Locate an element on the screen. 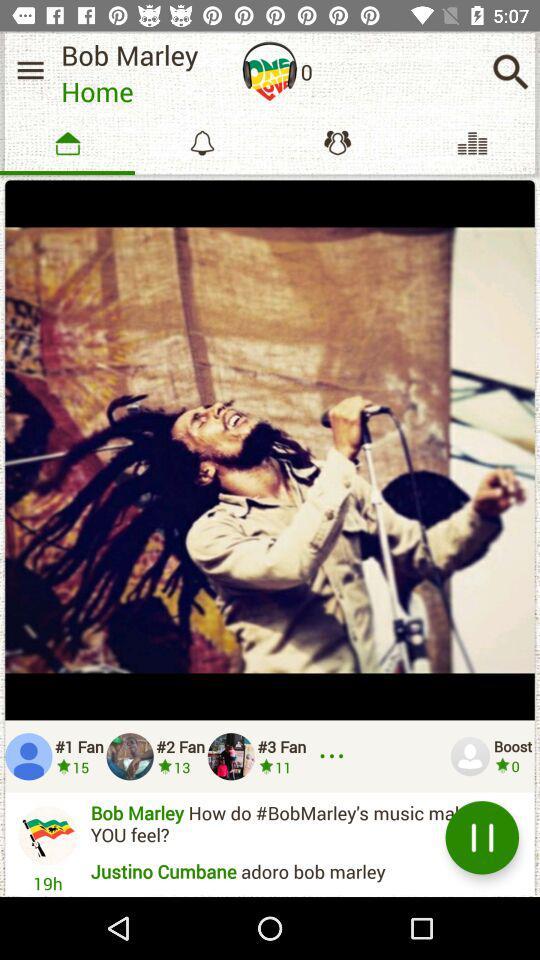 The height and width of the screenshot is (960, 540). the item above bob marley how is located at coordinates (335, 755).